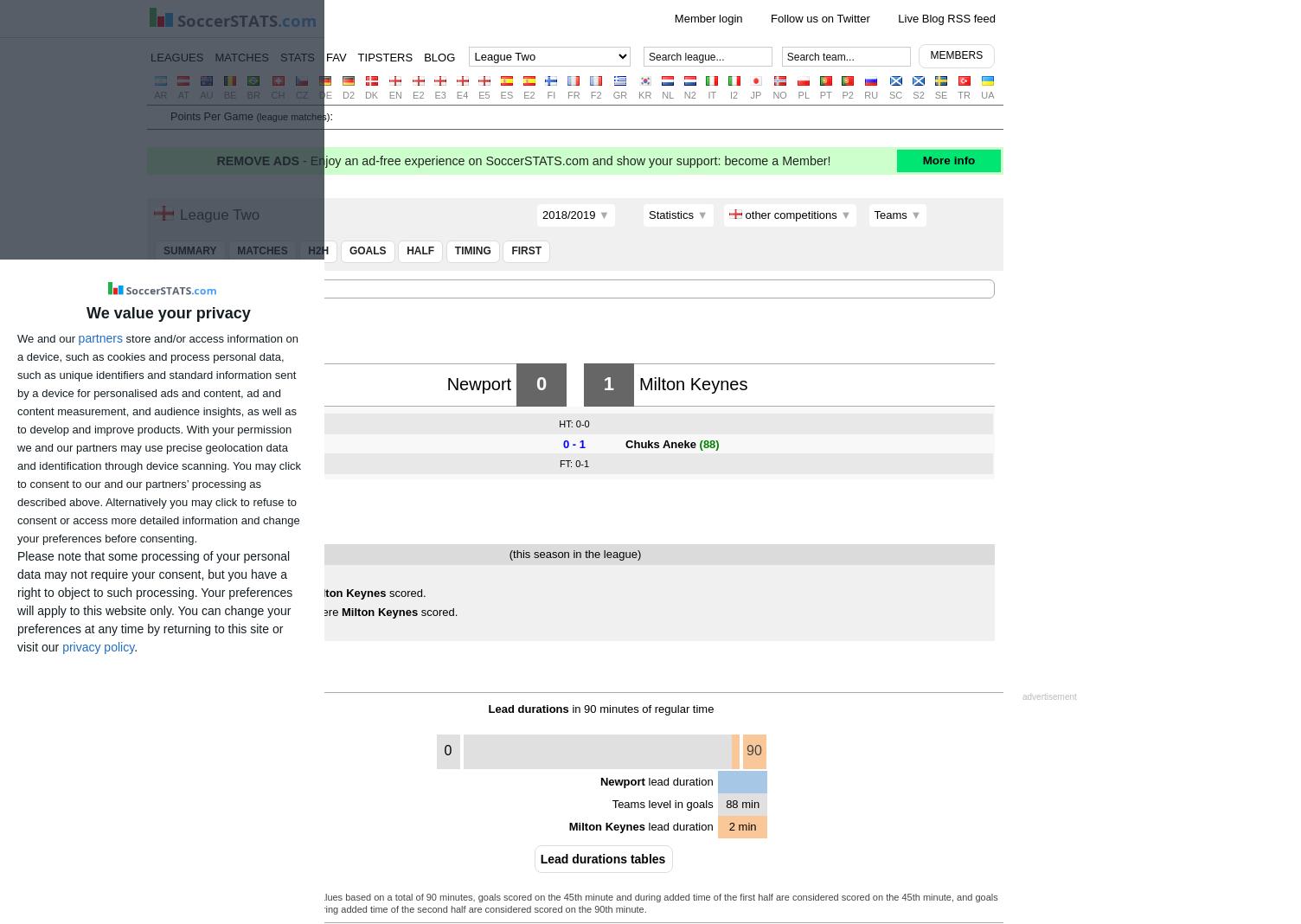 The width and height of the screenshot is (1301, 924). I want to click on 'D2', so click(348, 94).